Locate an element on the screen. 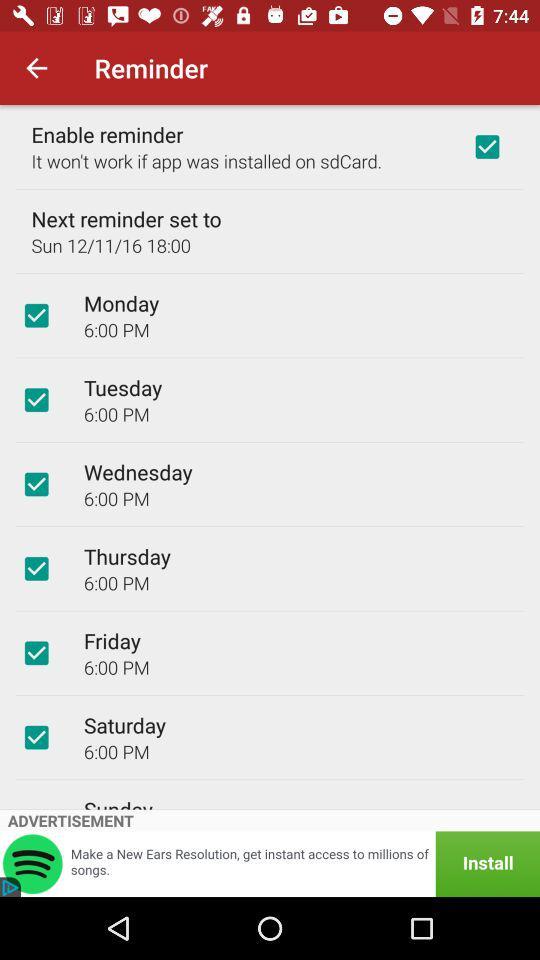  the icon to the left of the reminder is located at coordinates (36, 68).